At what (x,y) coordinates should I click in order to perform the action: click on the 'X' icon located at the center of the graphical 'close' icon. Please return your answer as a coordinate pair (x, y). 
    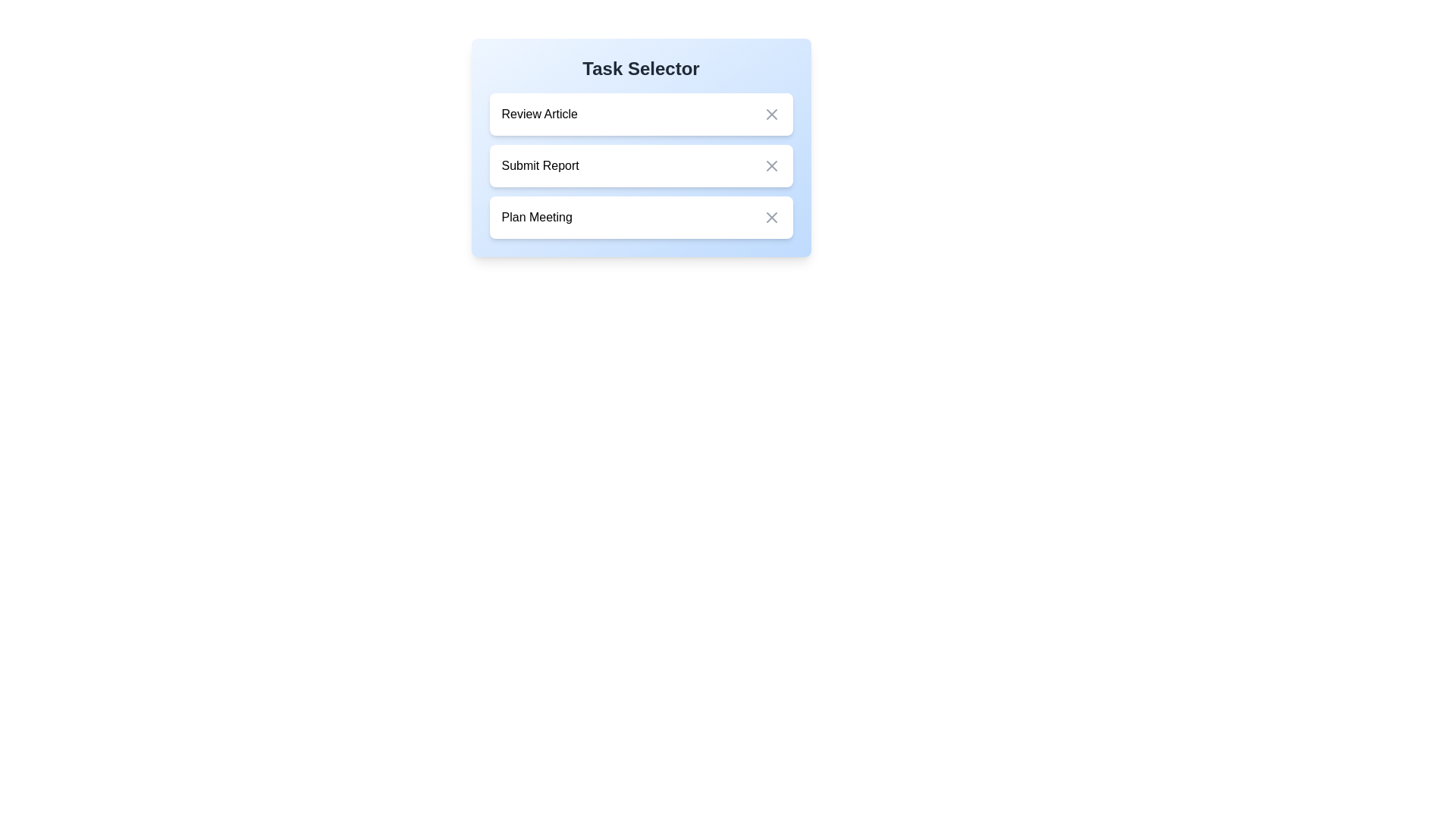
    Looking at the image, I should click on (771, 166).